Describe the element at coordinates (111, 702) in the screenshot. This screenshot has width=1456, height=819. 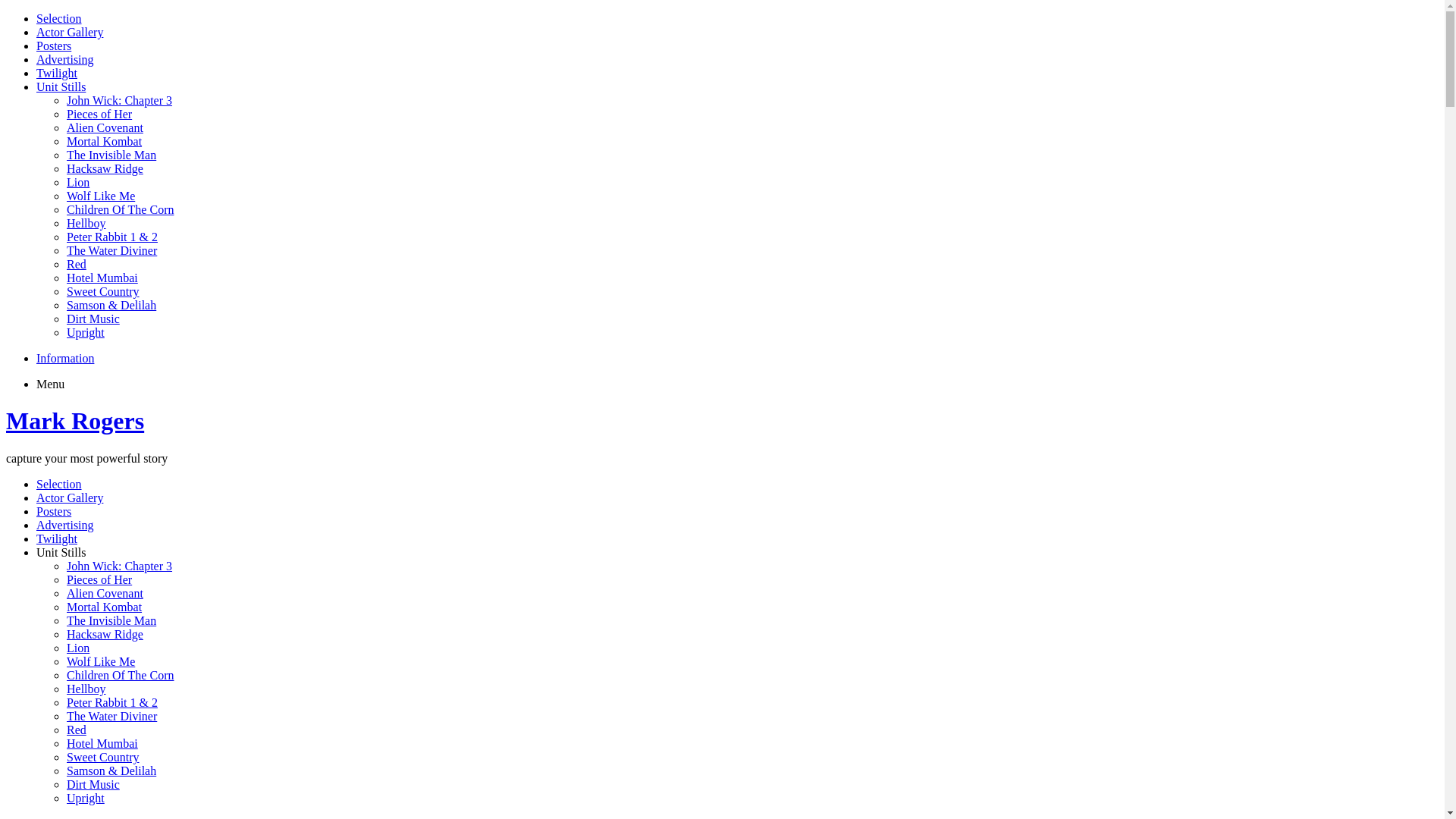
I see `'Peter Rabbit 1 & 2'` at that location.